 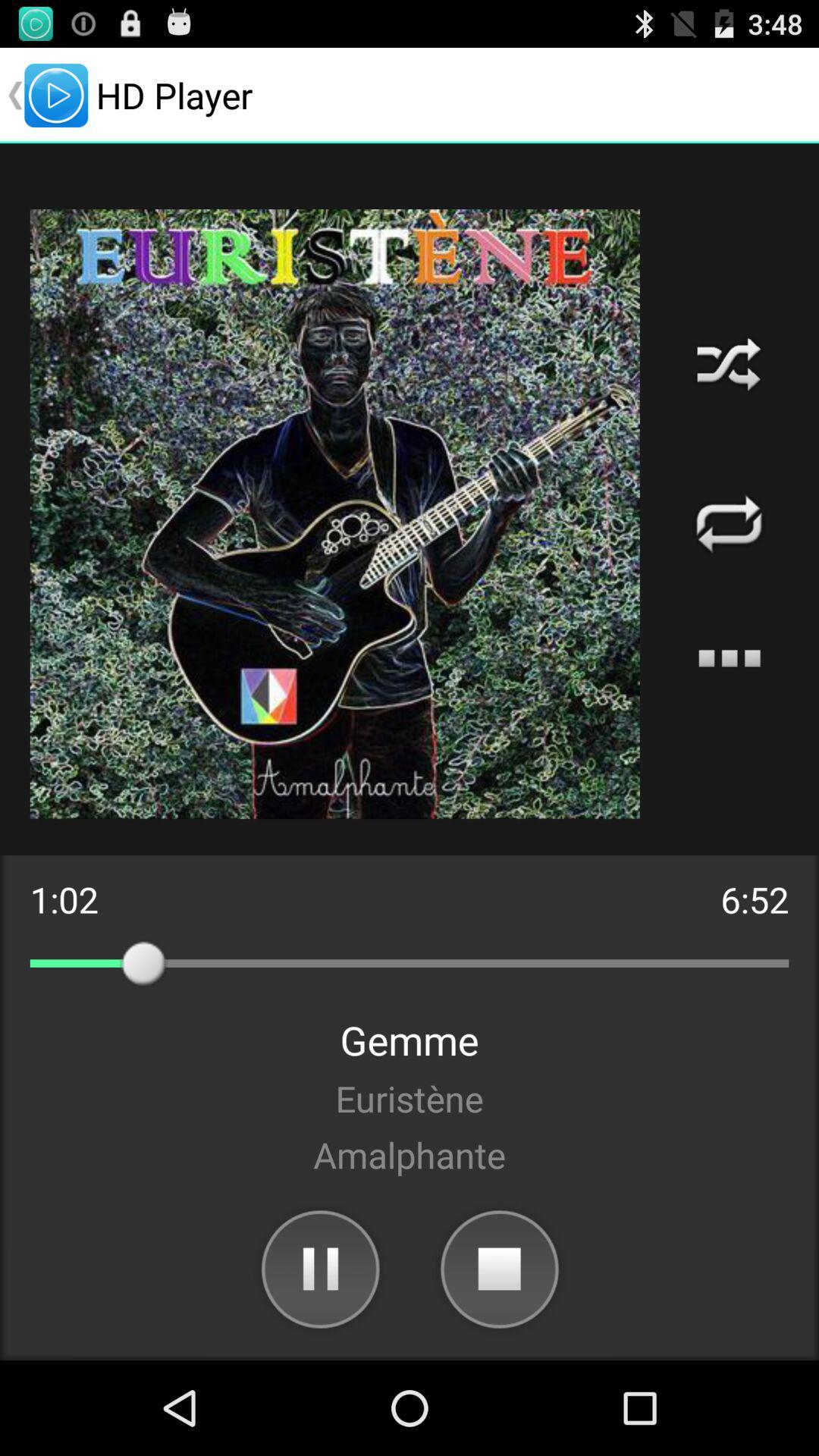 What do you see at coordinates (499, 1268) in the screenshot?
I see `the item below the amalphante item` at bounding box center [499, 1268].